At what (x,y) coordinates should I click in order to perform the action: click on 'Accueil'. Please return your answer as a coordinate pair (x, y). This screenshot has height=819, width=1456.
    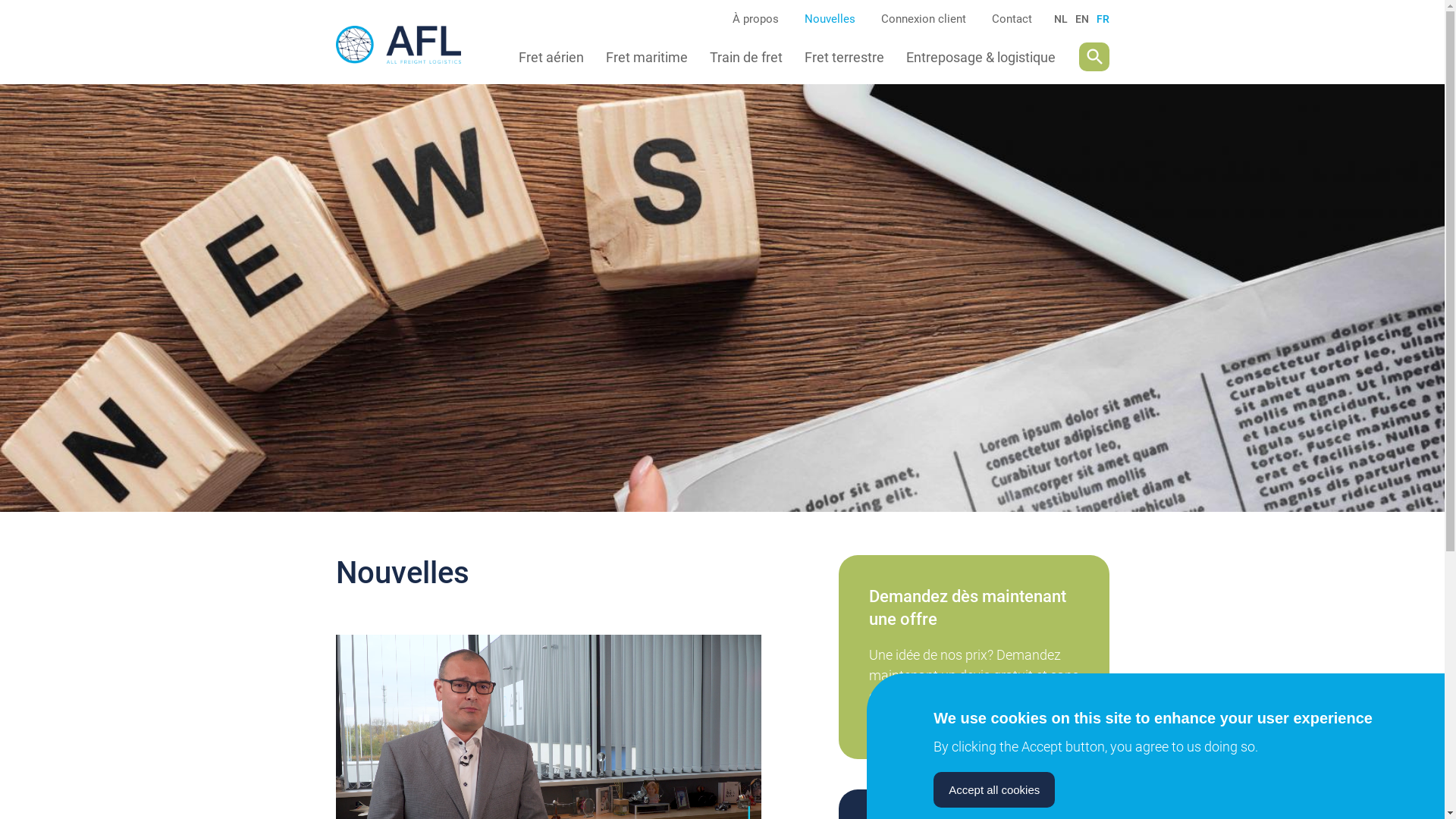
    Looking at the image, I should click on (407, 55).